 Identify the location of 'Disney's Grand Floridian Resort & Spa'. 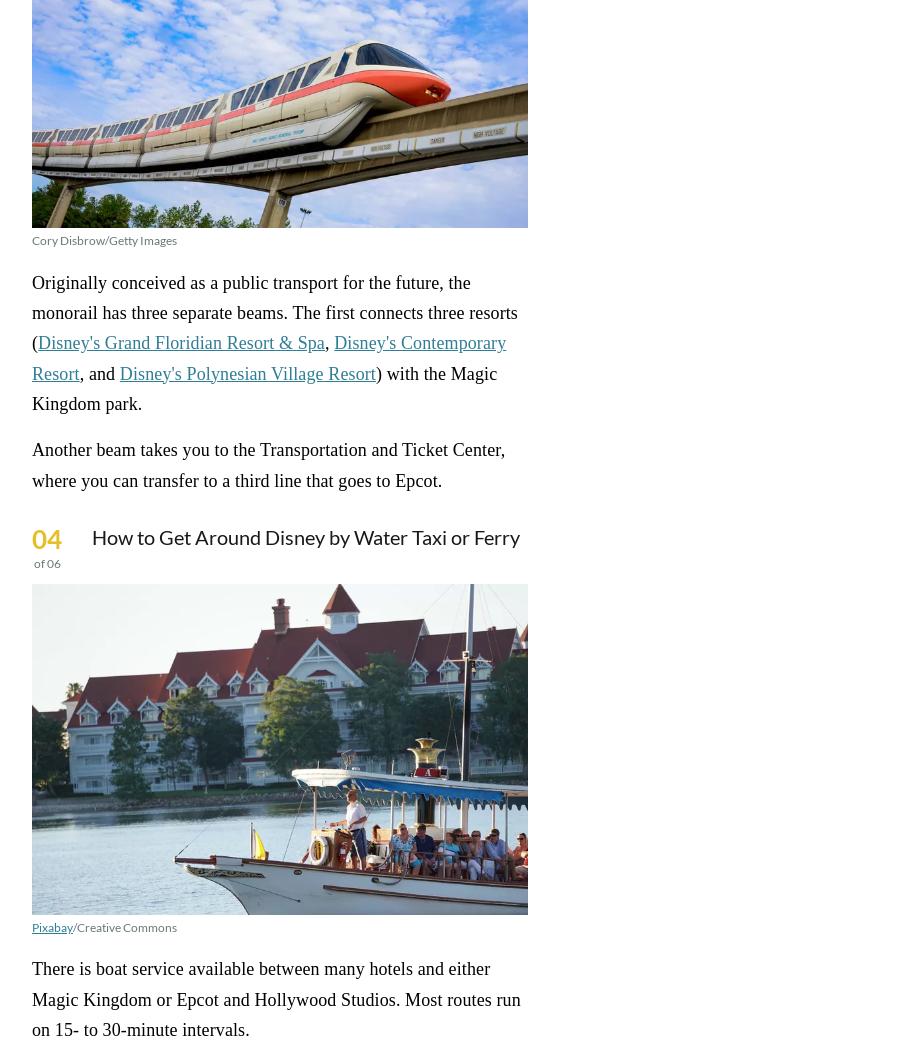
(180, 343).